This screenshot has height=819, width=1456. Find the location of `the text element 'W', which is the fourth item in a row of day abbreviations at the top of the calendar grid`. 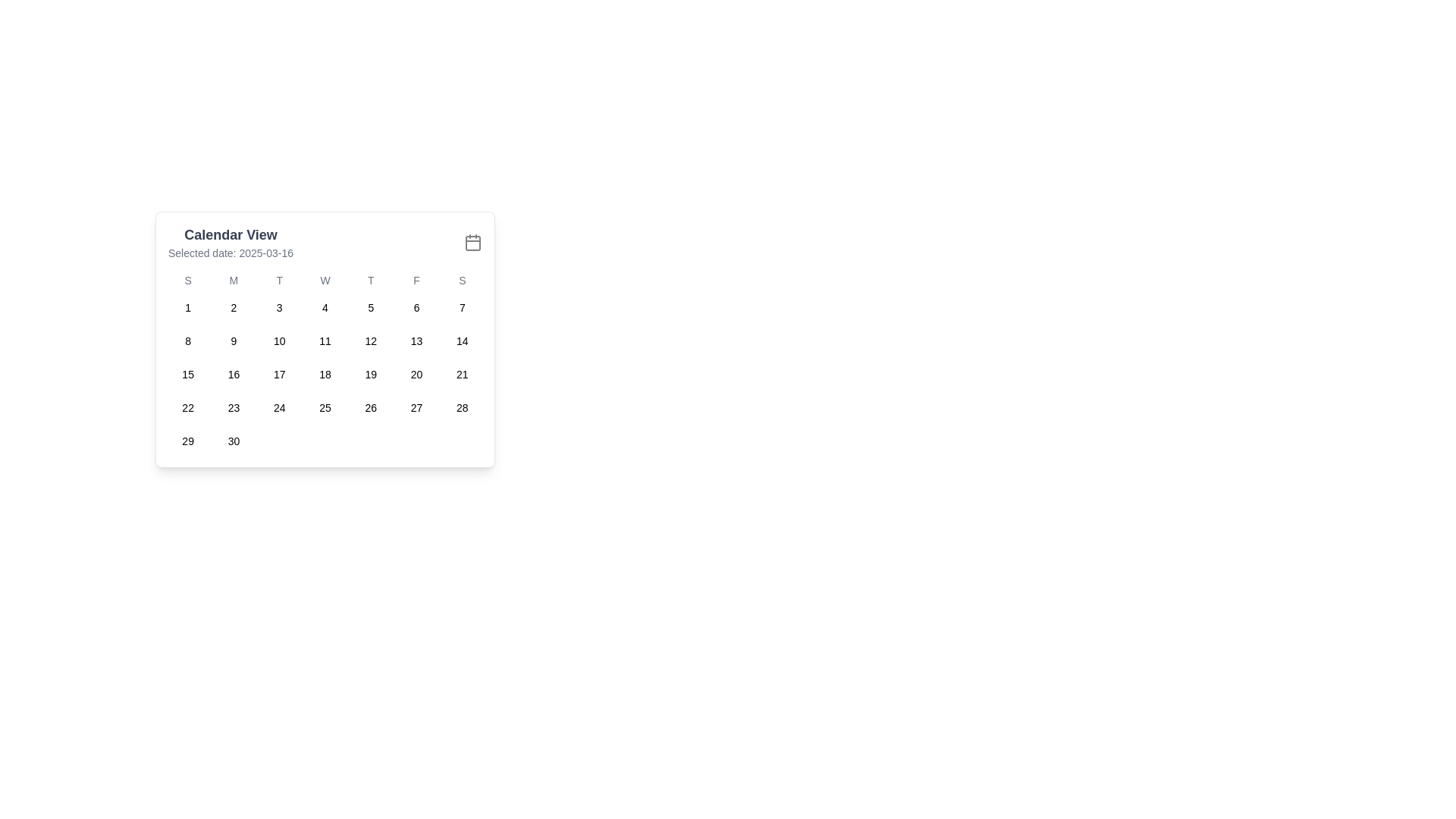

the text element 'W', which is the fourth item in a row of day abbreviations at the top of the calendar grid is located at coordinates (324, 281).